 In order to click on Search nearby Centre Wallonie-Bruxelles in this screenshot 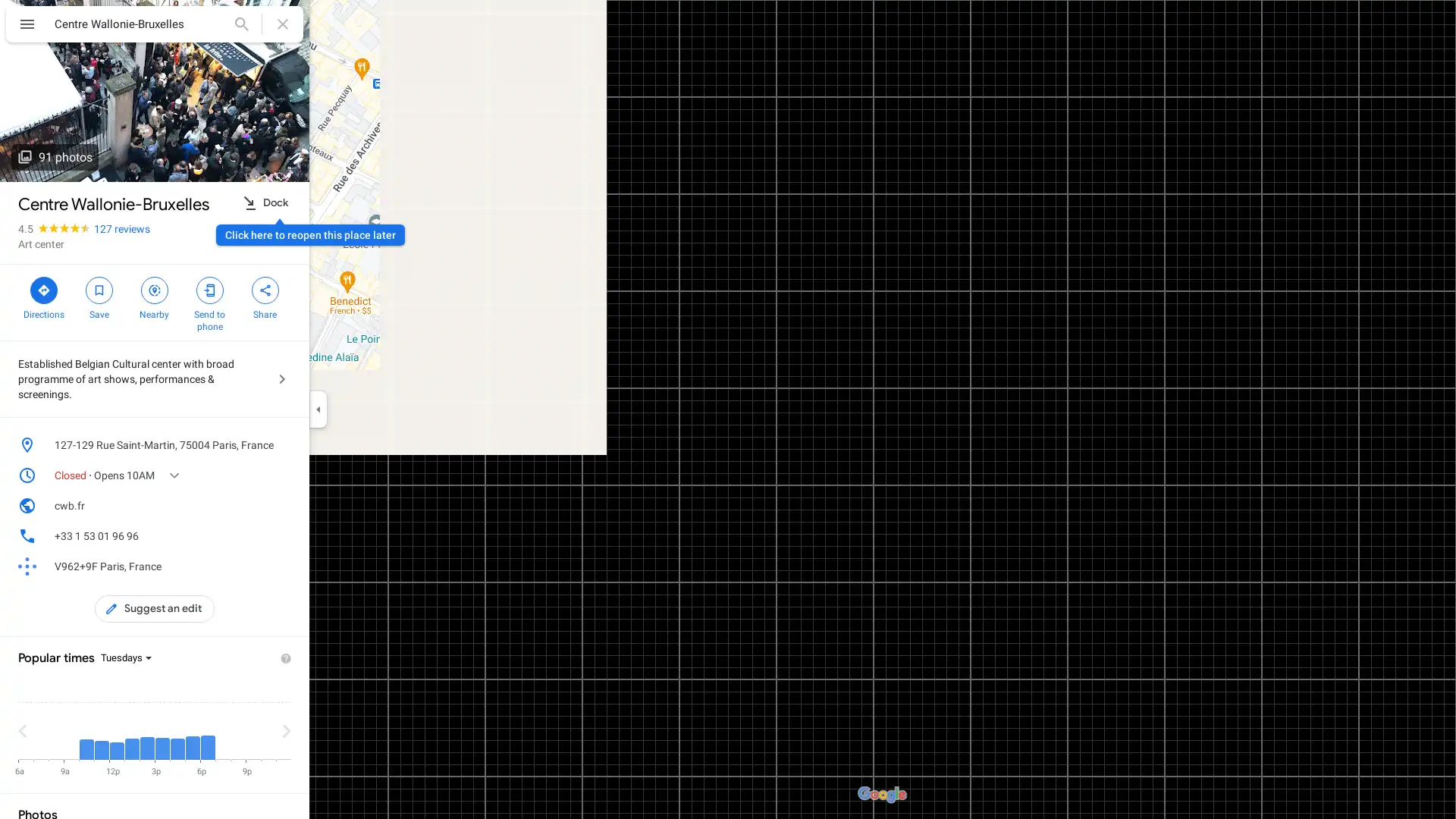, I will do `click(154, 296)`.